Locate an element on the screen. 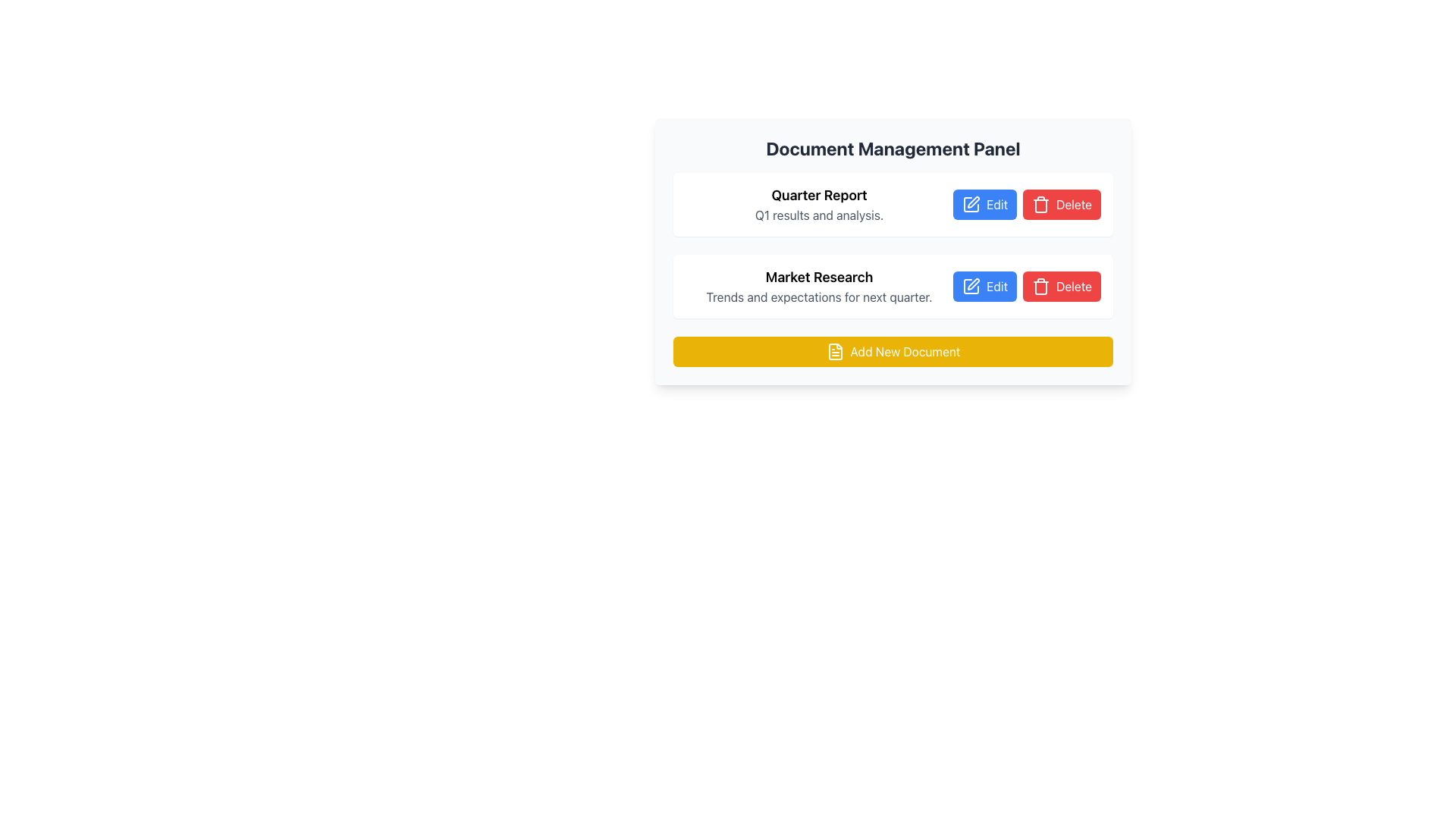  the delete icon located in the upper-right side of the panel next to the edit button is located at coordinates (1040, 287).